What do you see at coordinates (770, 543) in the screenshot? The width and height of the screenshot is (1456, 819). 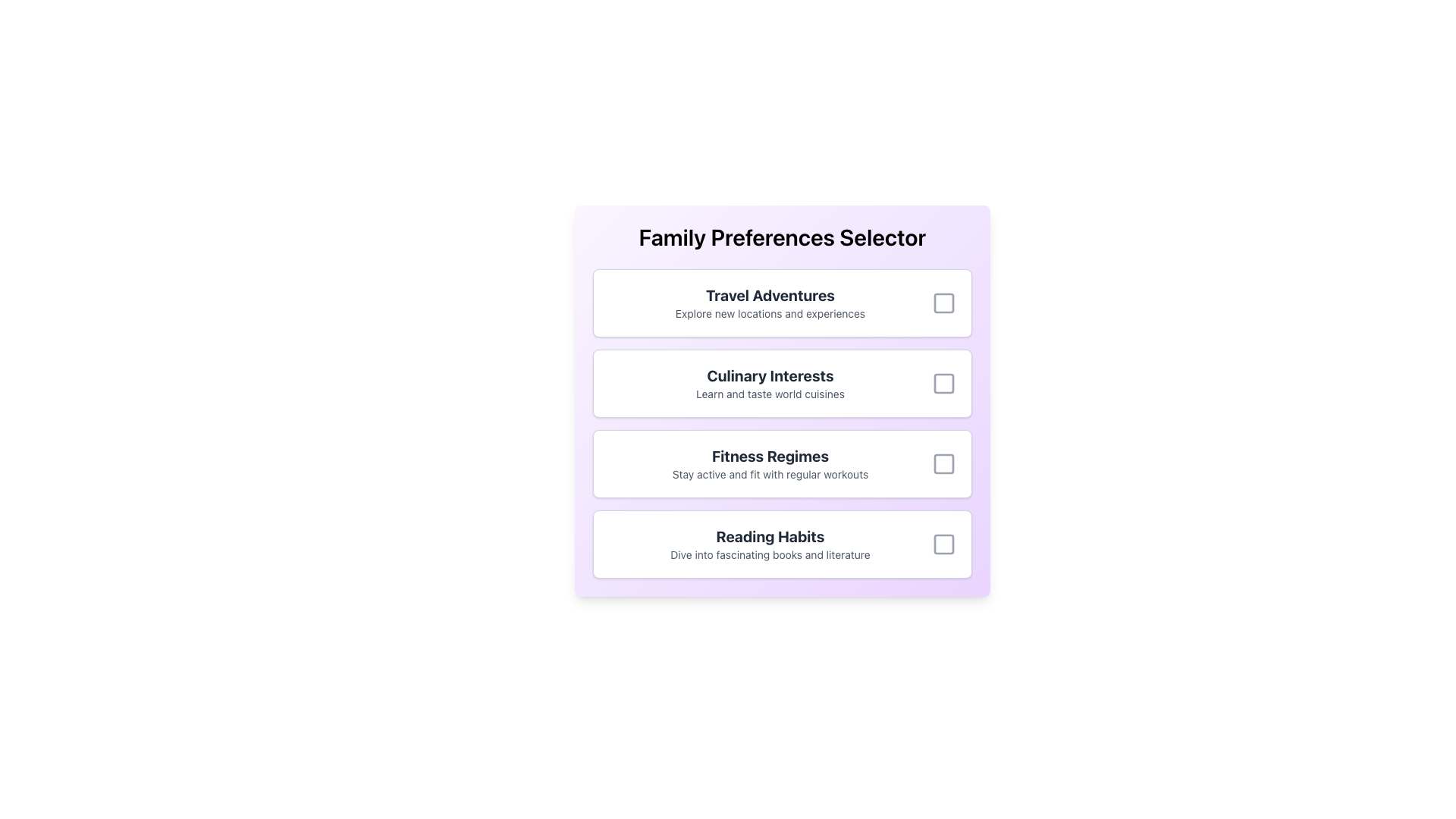 I see `the text label displaying the title and description for the selectable preference option related to reading habits, located in the 'Family Preferences Selector' section, positioned below 'Fitness Regimes'` at bounding box center [770, 543].